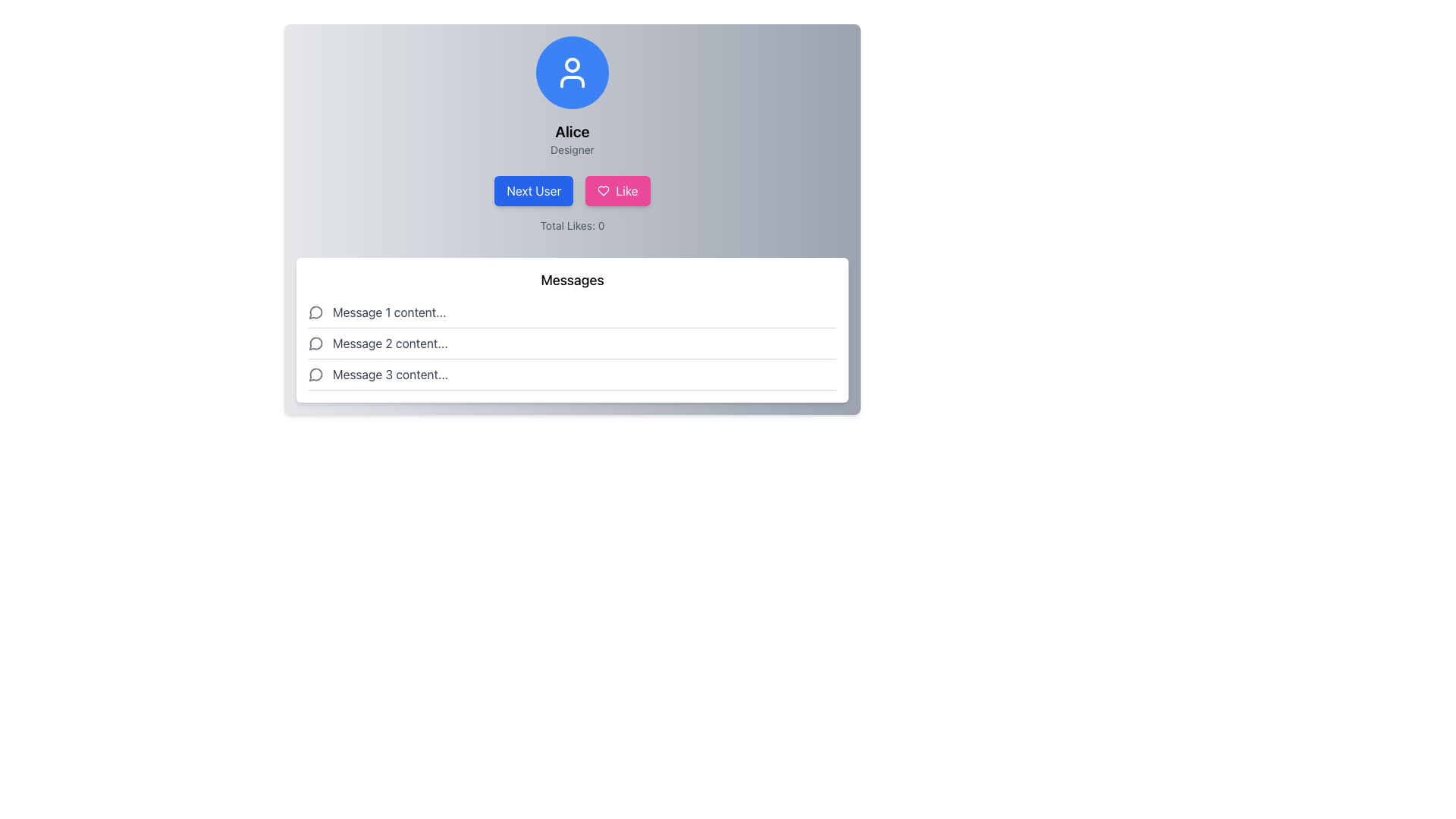 This screenshot has height=819, width=1456. What do you see at coordinates (571, 149) in the screenshot?
I see `the text label reading 'Designer', which is styled in a smaller gray font and positioned below the name 'Alice'` at bounding box center [571, 149].